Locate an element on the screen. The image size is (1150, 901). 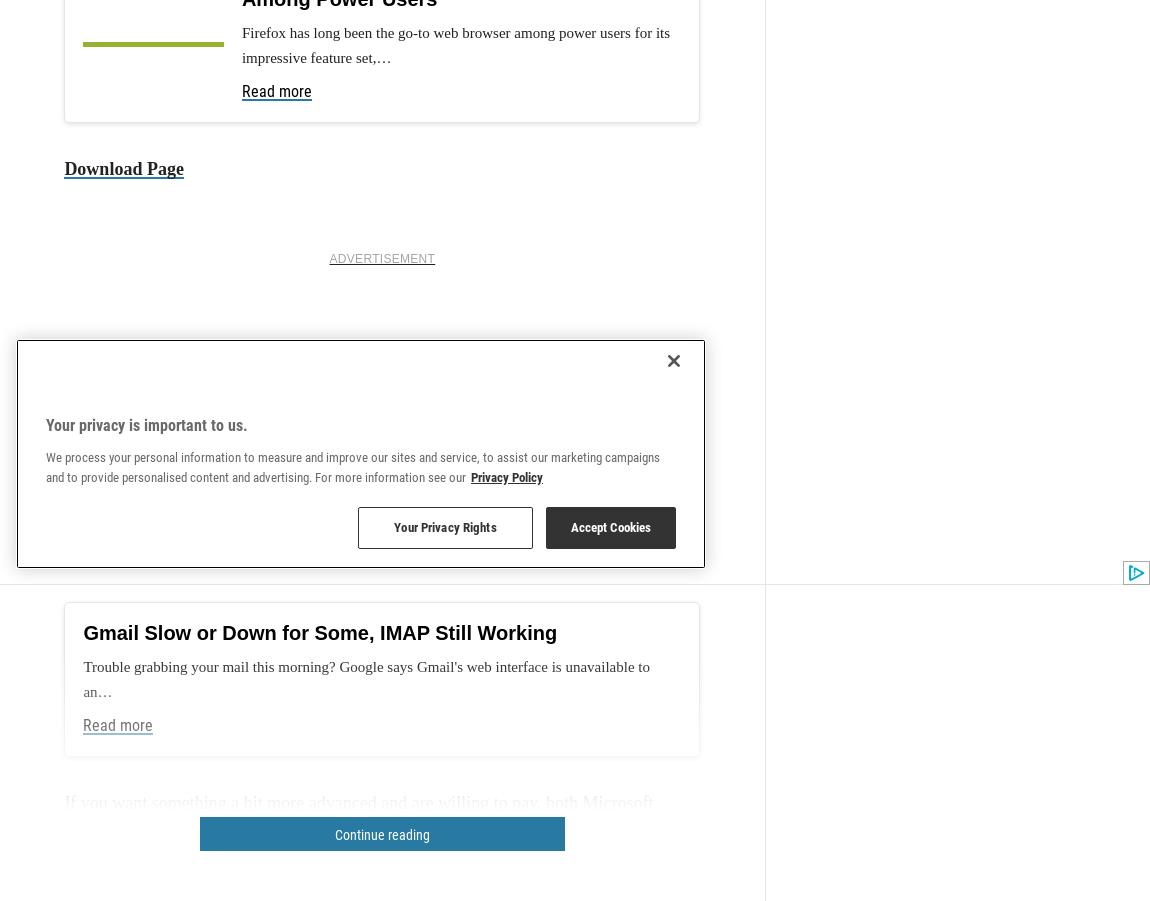
'If you don't like Dropbox or have problems with it's recent' is located at coordinates (276, 643).